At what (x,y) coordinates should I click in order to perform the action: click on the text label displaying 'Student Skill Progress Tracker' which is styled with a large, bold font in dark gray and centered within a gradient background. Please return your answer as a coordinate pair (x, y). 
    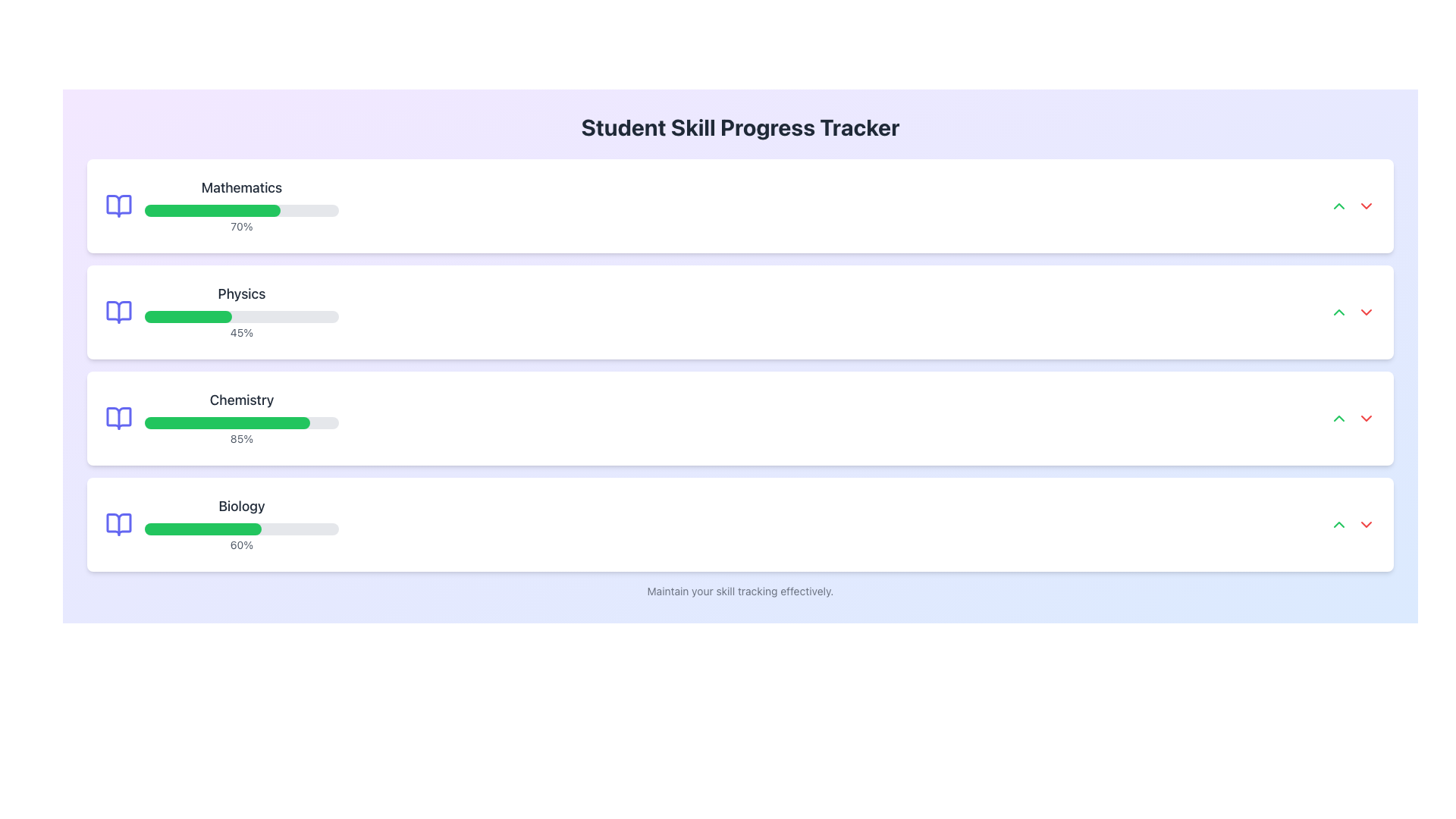
    Looking at the image, I should click on (740, 127).